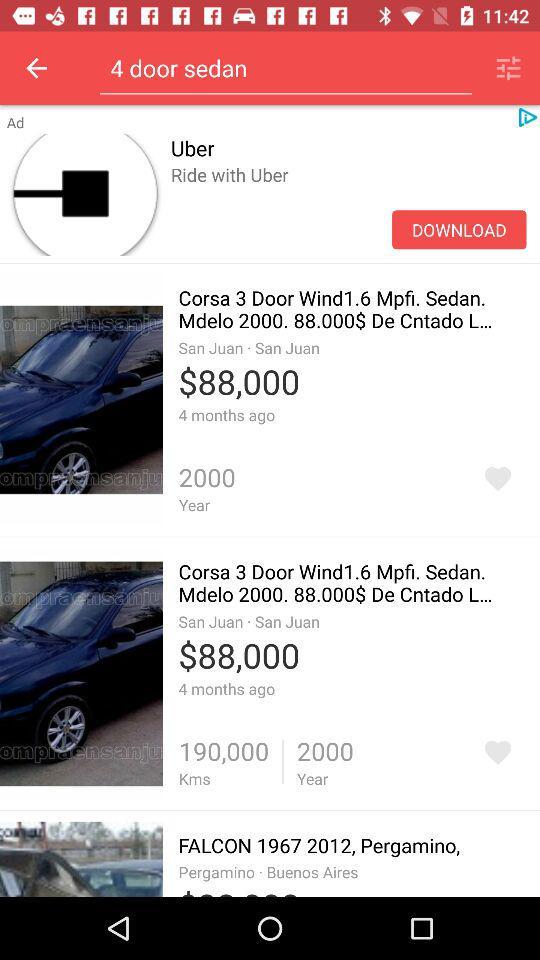  What do you see at coordinates (36, 68) in the screenshot?
I see `previous` at bounding box center [36, 68].